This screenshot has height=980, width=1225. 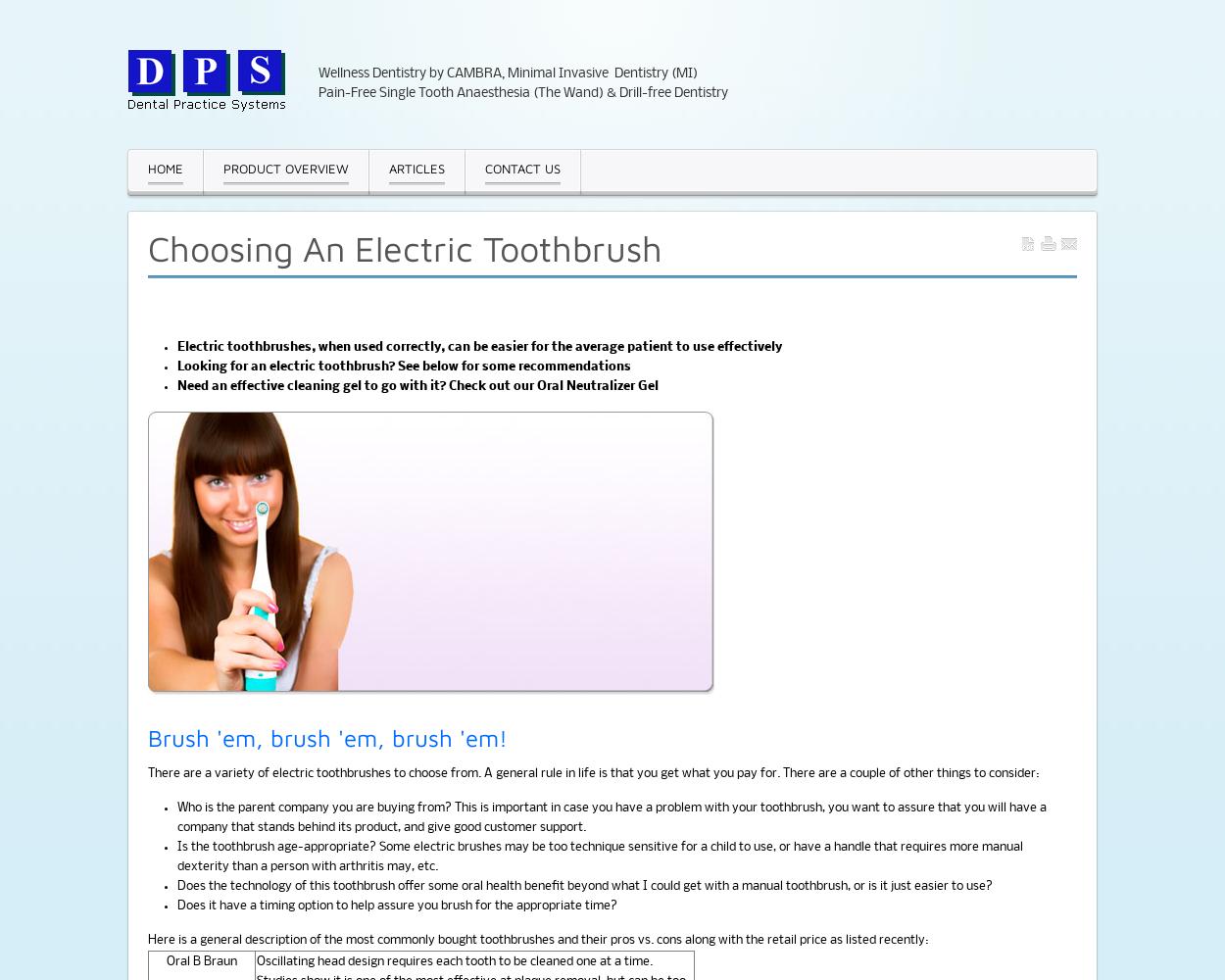 What do you see at coordinates (523, 92) in the screenshot?
I see `'Pain-Free Single Tooth Anaesthesia (The Wand) & Drill-free Dentistry'` at bounding box center [523, 92].